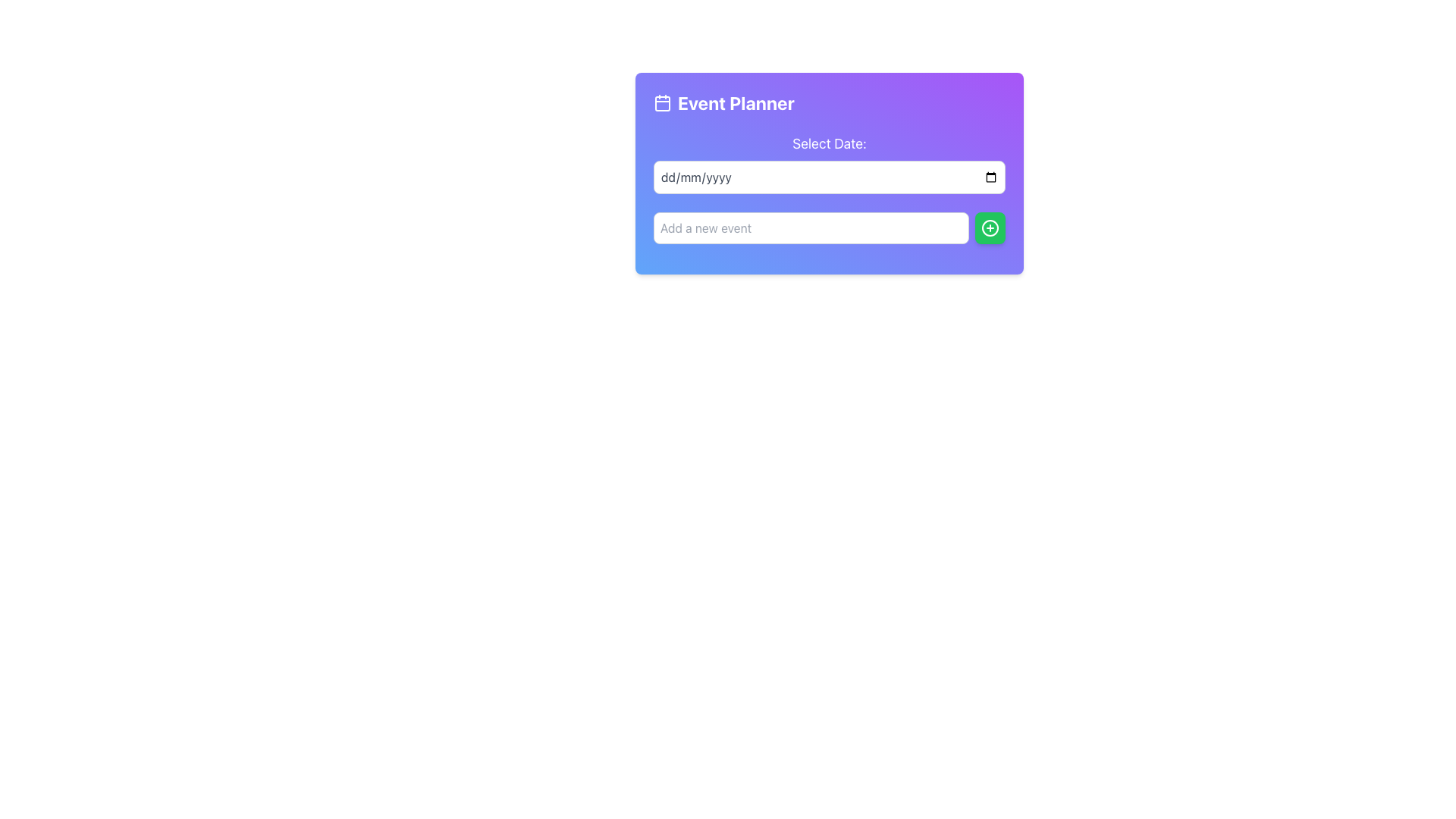  Describe the element at coordinates (662, 102) in the screenshot. I see `the calendar icon located to the left of the 'Event Planner' text, which features a rounded rectangular outline with two vertical lines on top and a larger bottom section` at that location.